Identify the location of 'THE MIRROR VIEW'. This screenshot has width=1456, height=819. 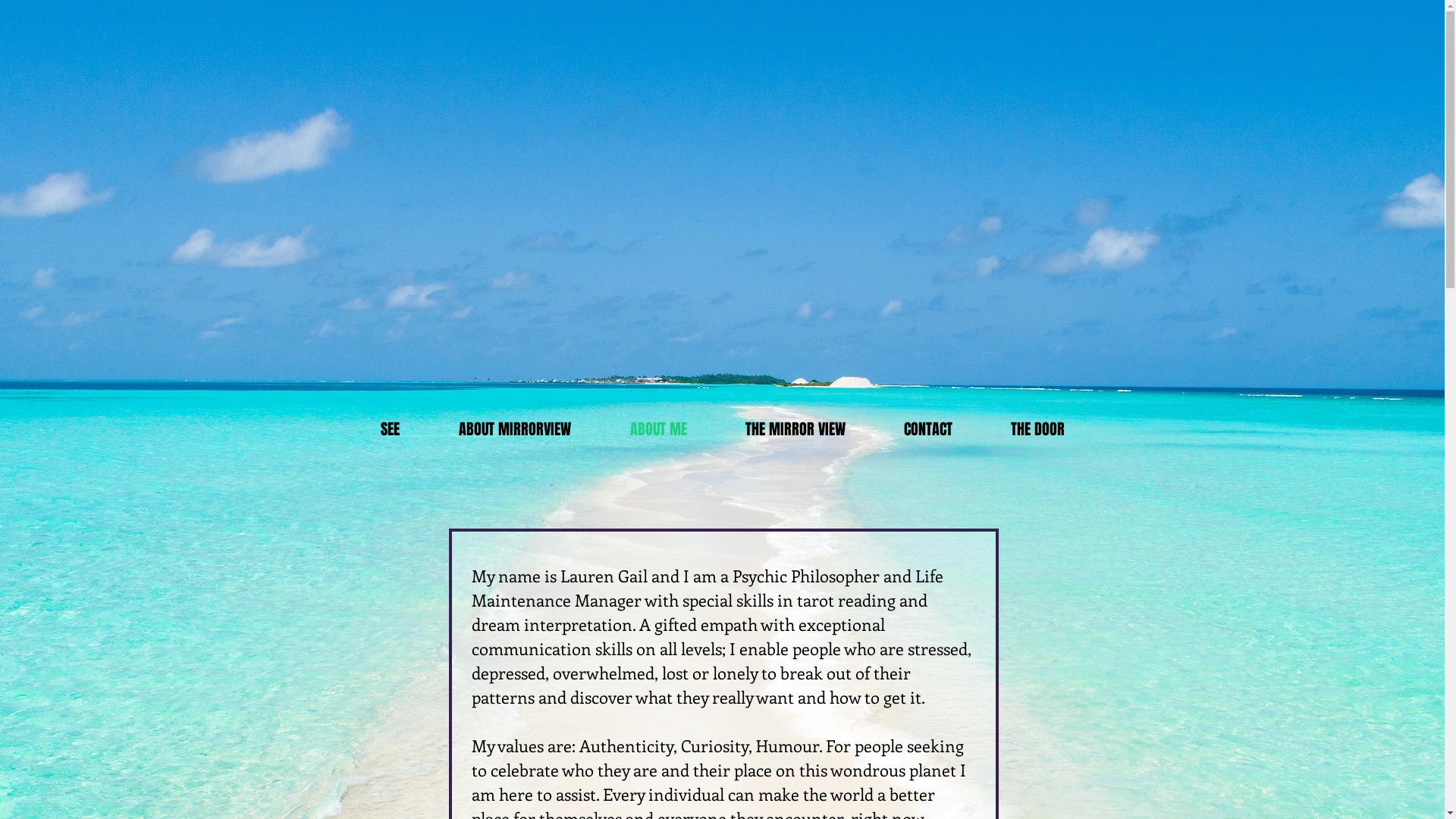
(715, 429).